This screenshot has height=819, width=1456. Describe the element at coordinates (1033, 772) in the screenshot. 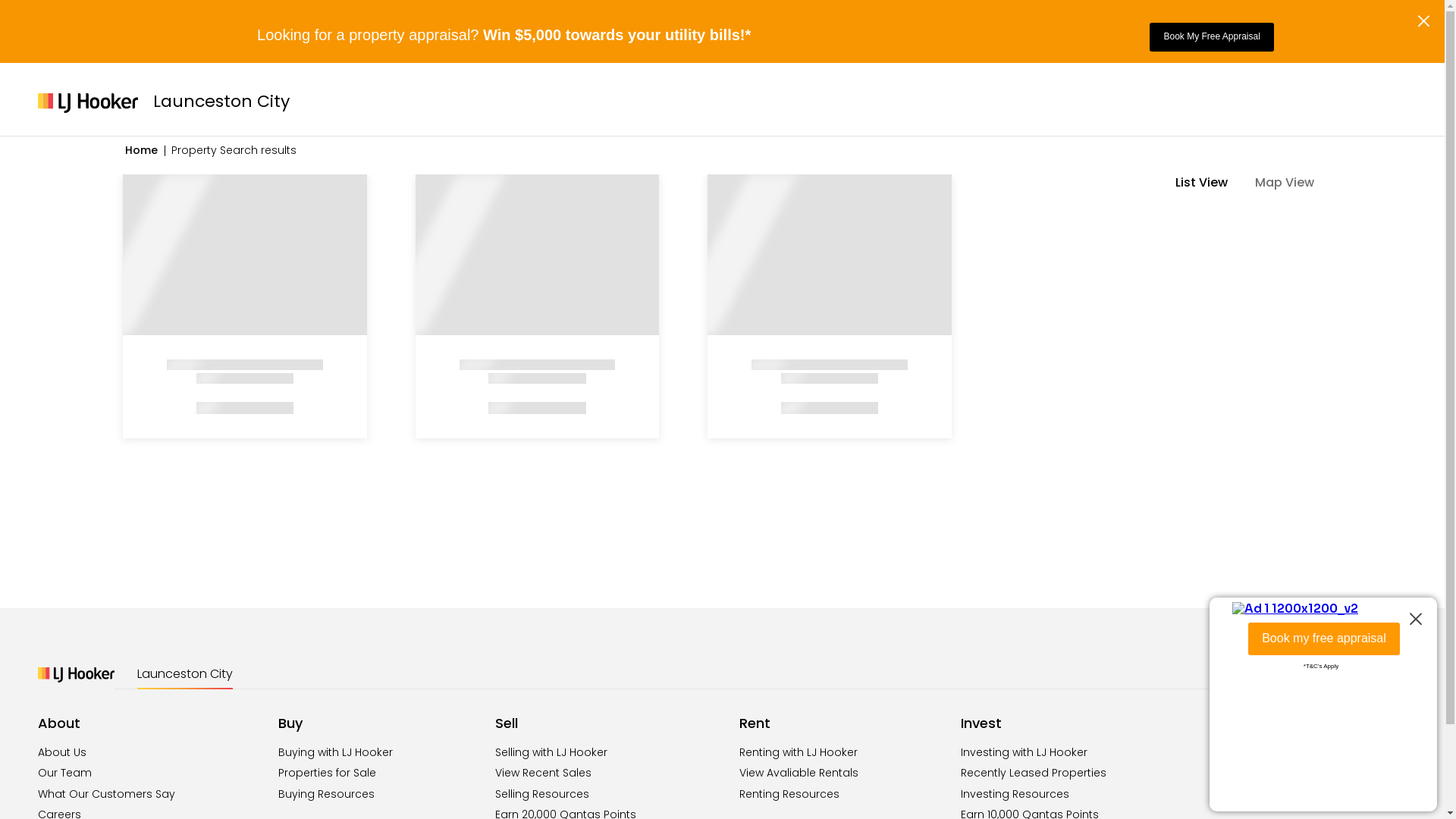

I see `'Recently Leased Properties'` at that location.